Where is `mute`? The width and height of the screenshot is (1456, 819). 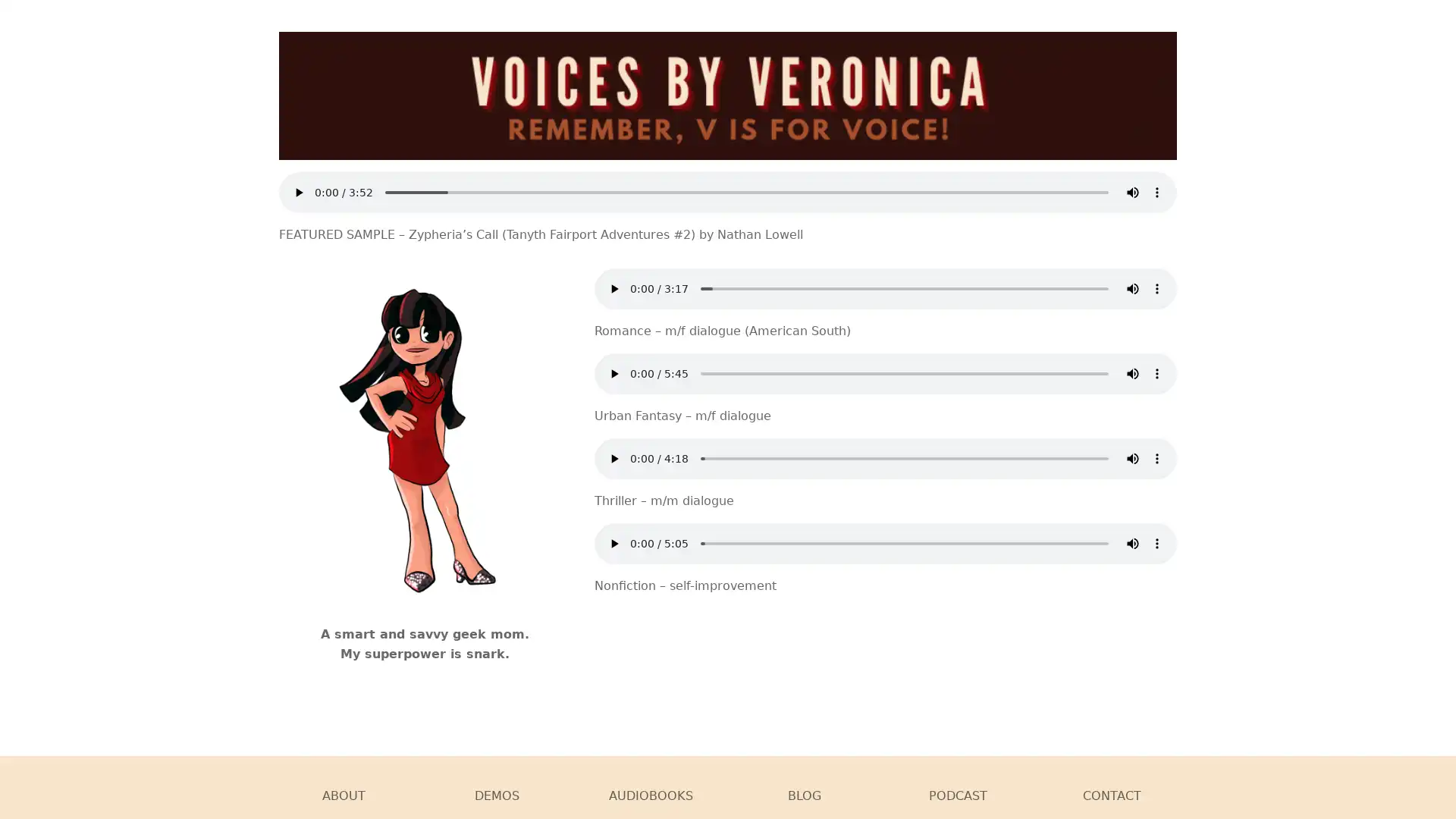
mute is located at coordinates (1132, 543).